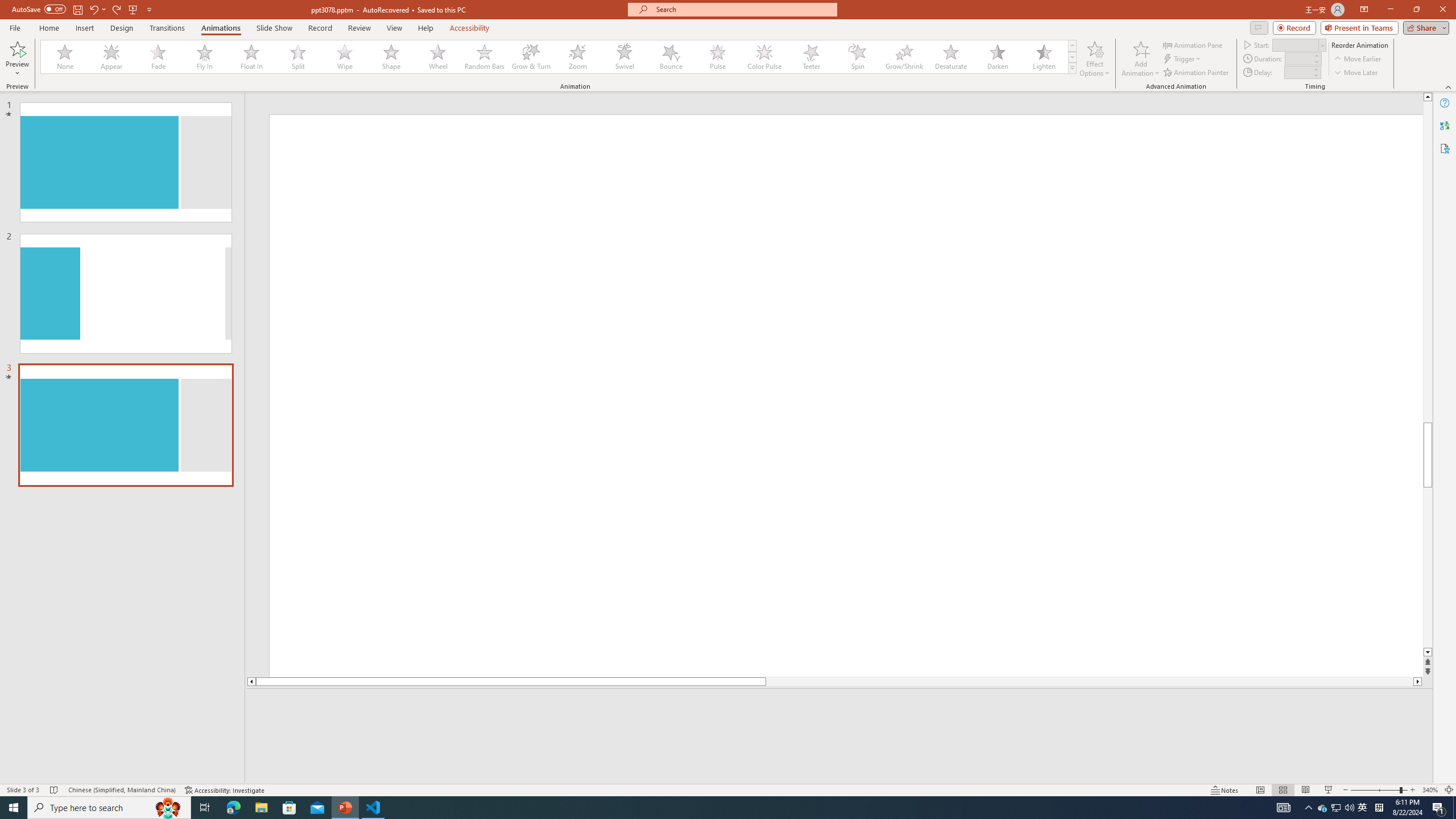 This screenshot has height=819, width=1456. Describe the element at coordinates (1194, 44) in the screenshot. I see `'Animation Pane'` at that location.